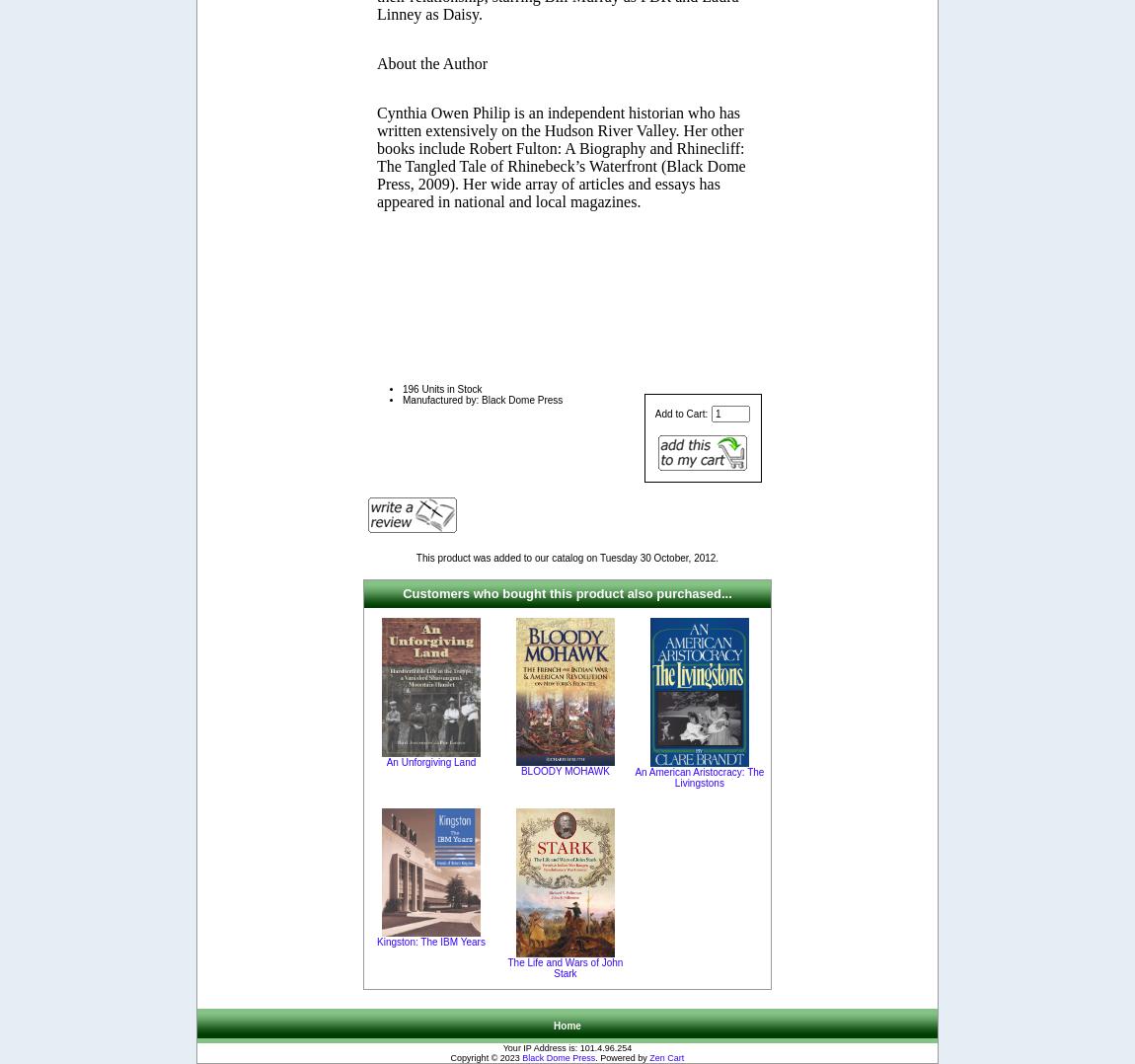 The image size is (1135, 1064). Describe the element at coordinates (432, 62) in the screenshot. I see `'About the Author'` at that location.